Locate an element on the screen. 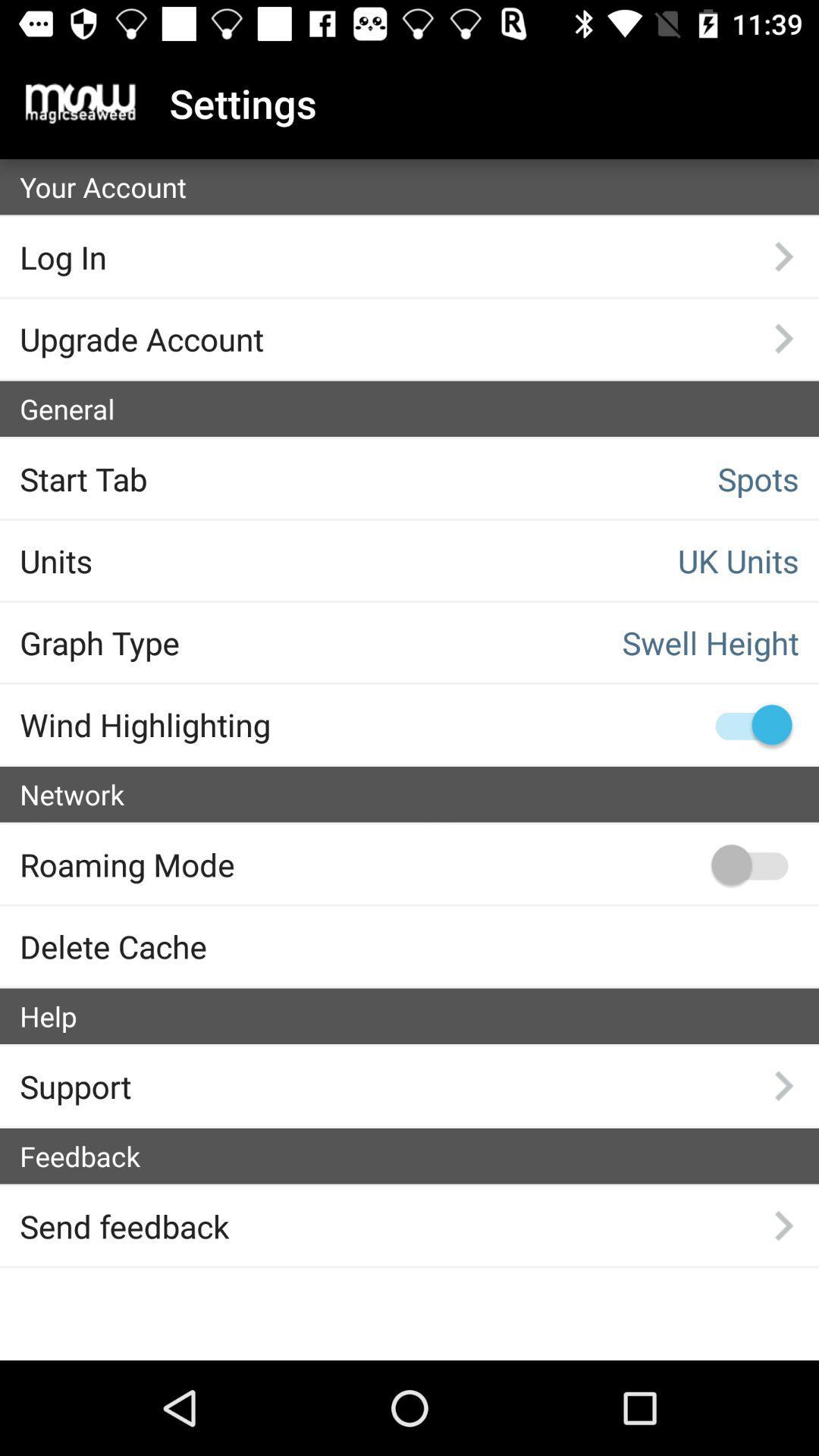  the button which is next to the roaming mode is located at coordinates (748, 864).